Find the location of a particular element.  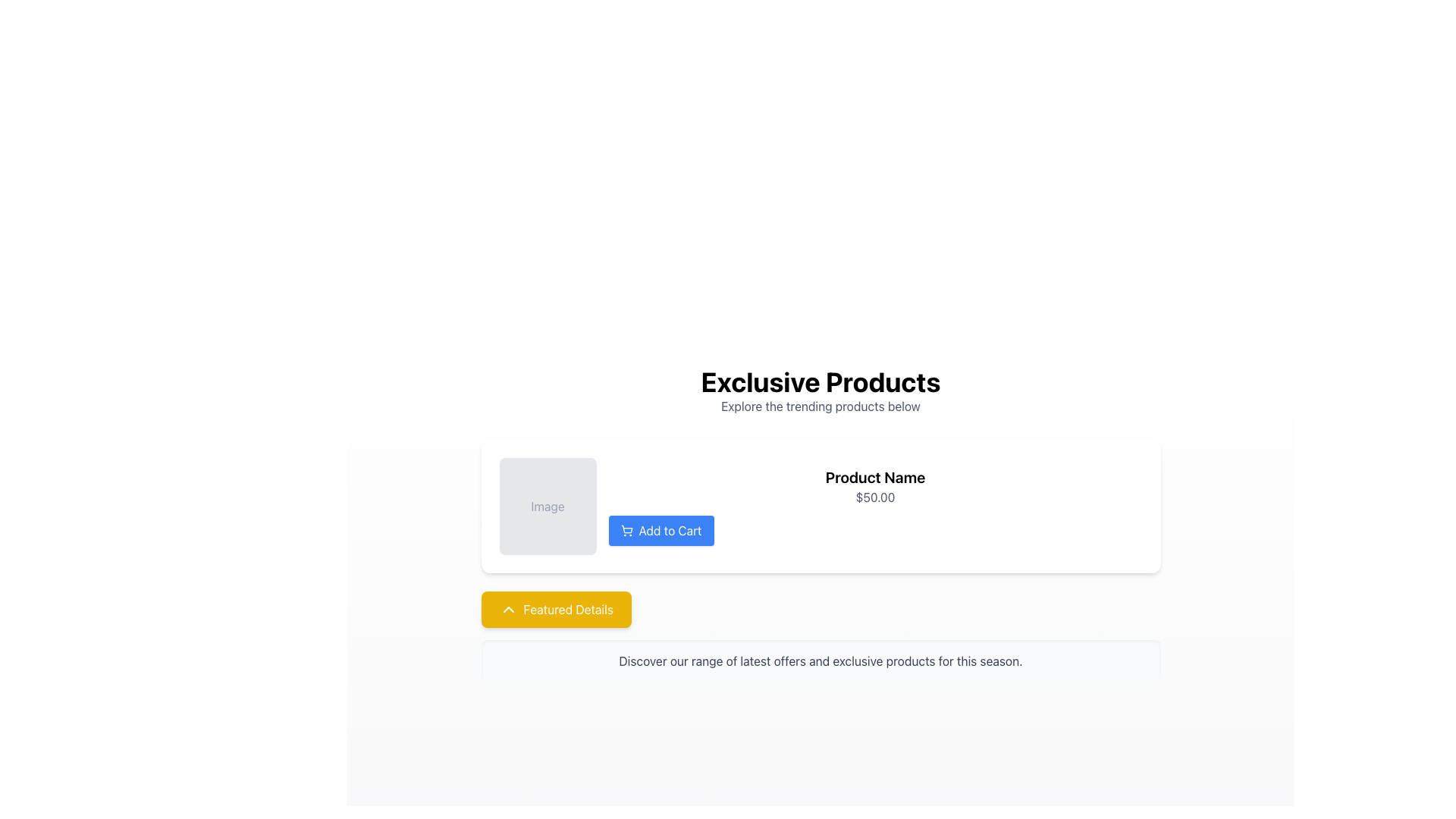

the informational text box that provides context about offers and exclusive products, located beneath the yellow button labeled 'Featured Details' is located at coordinates (820, 660).